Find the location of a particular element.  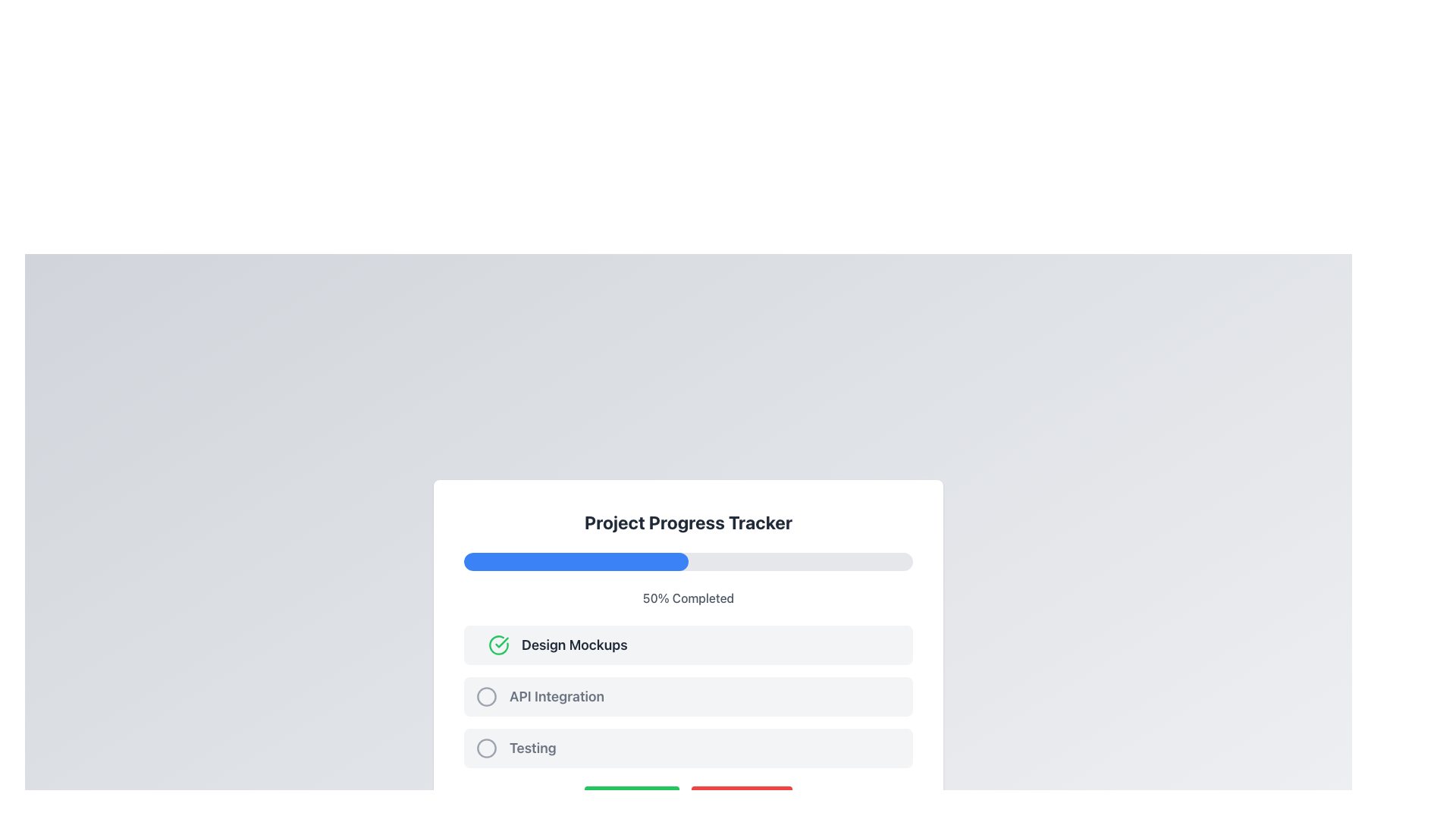

the non-interactive graphical circle element that is part of the 'API Integration' entry in the progress tracker, which is located to the left of the text label 'API Integration' is located at coordinates (487, 696).